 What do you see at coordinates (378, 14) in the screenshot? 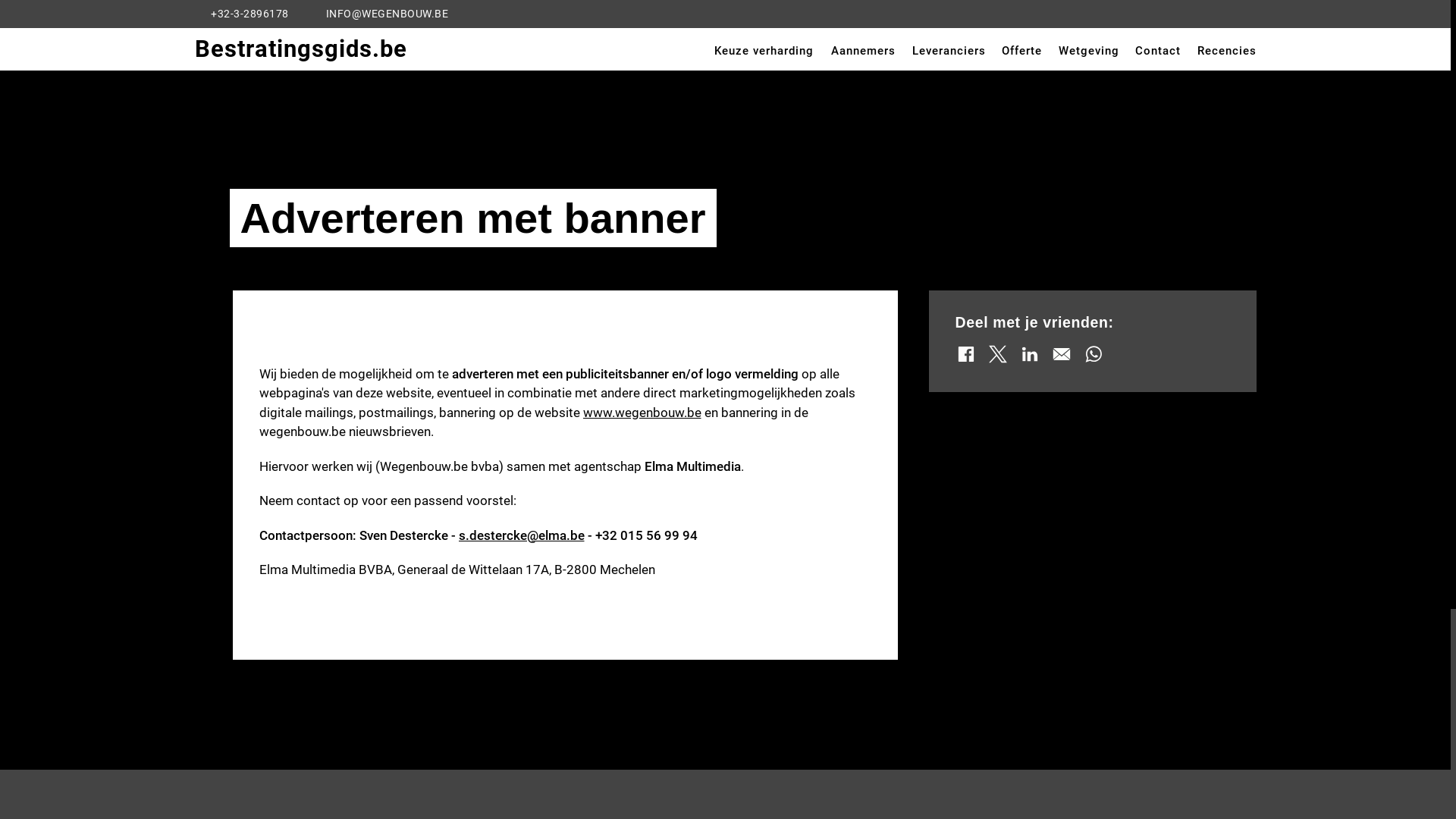
I see `'INFO@WEGENBOUW.BE'` at bounding box center [378, 14].